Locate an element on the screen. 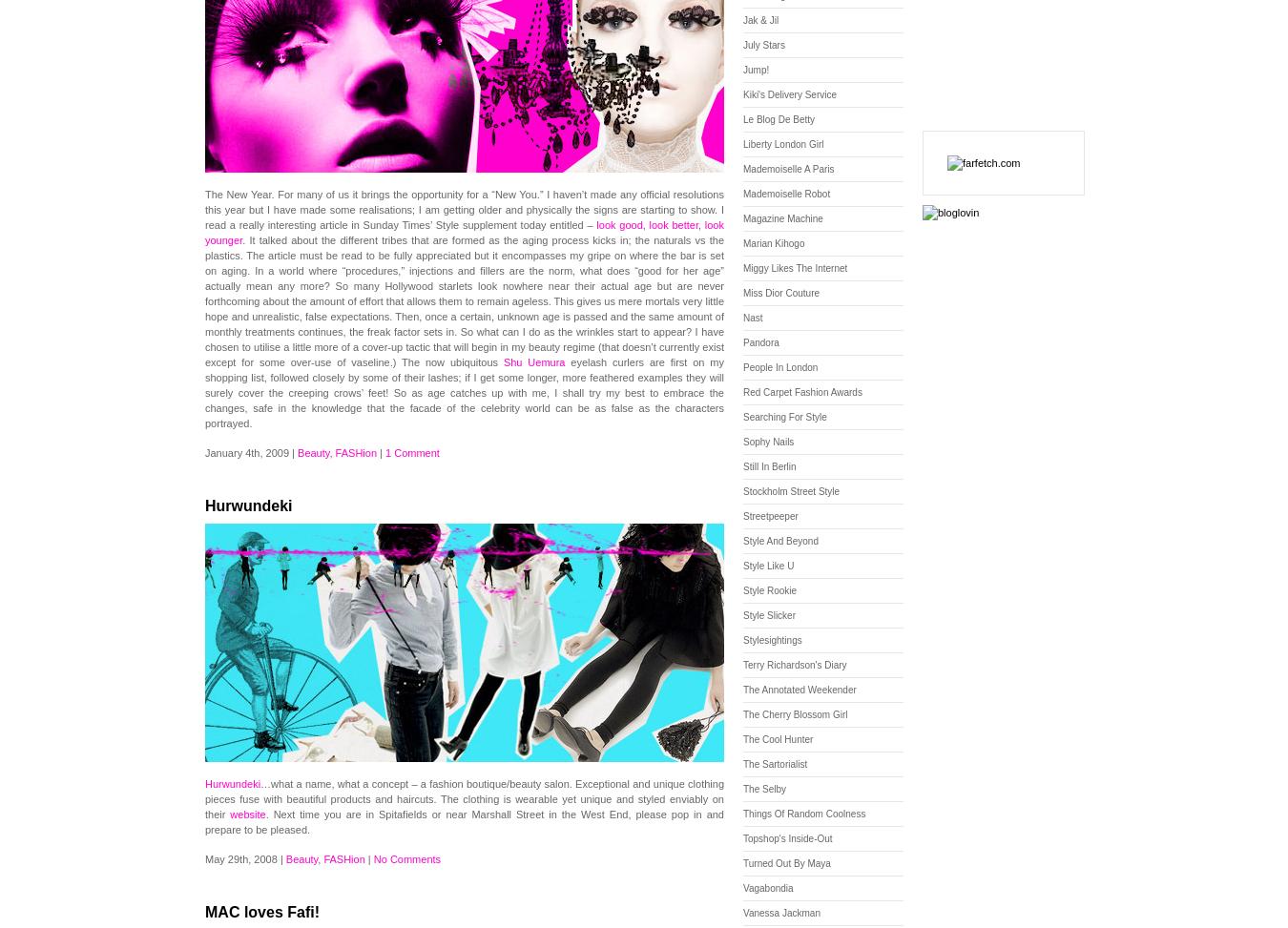 Image resolution: width=1288 pixels, height=928 pixels. 'Red Carpet Fashion Awards' is located at coordinates (802, 391).